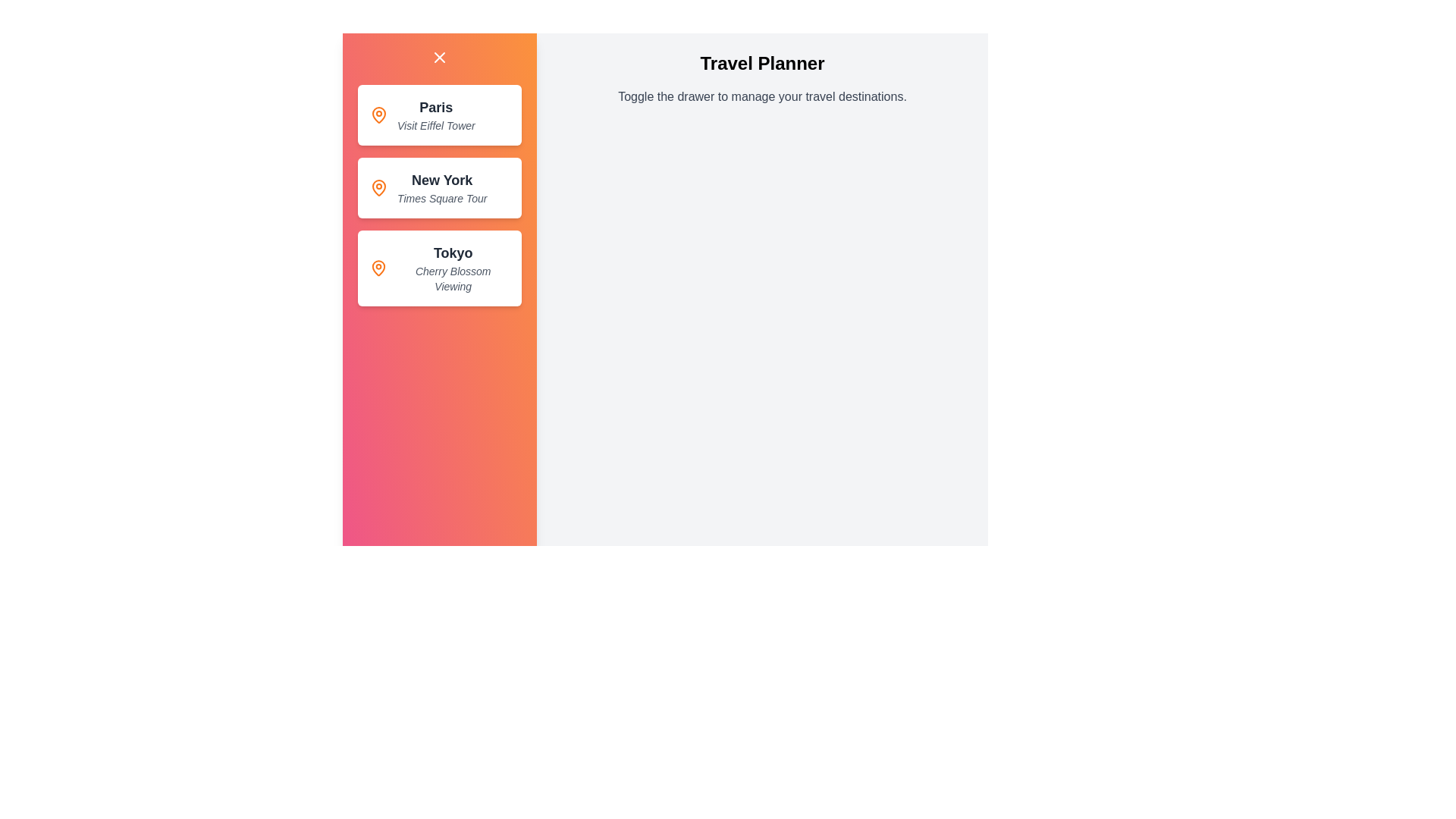 The image size is (1456, 819). Describe the element at coordinates (397, 124) in the screenshot. I see `the text 'Visit Eiffel Tower' under the 'Paris' destination` at that location.